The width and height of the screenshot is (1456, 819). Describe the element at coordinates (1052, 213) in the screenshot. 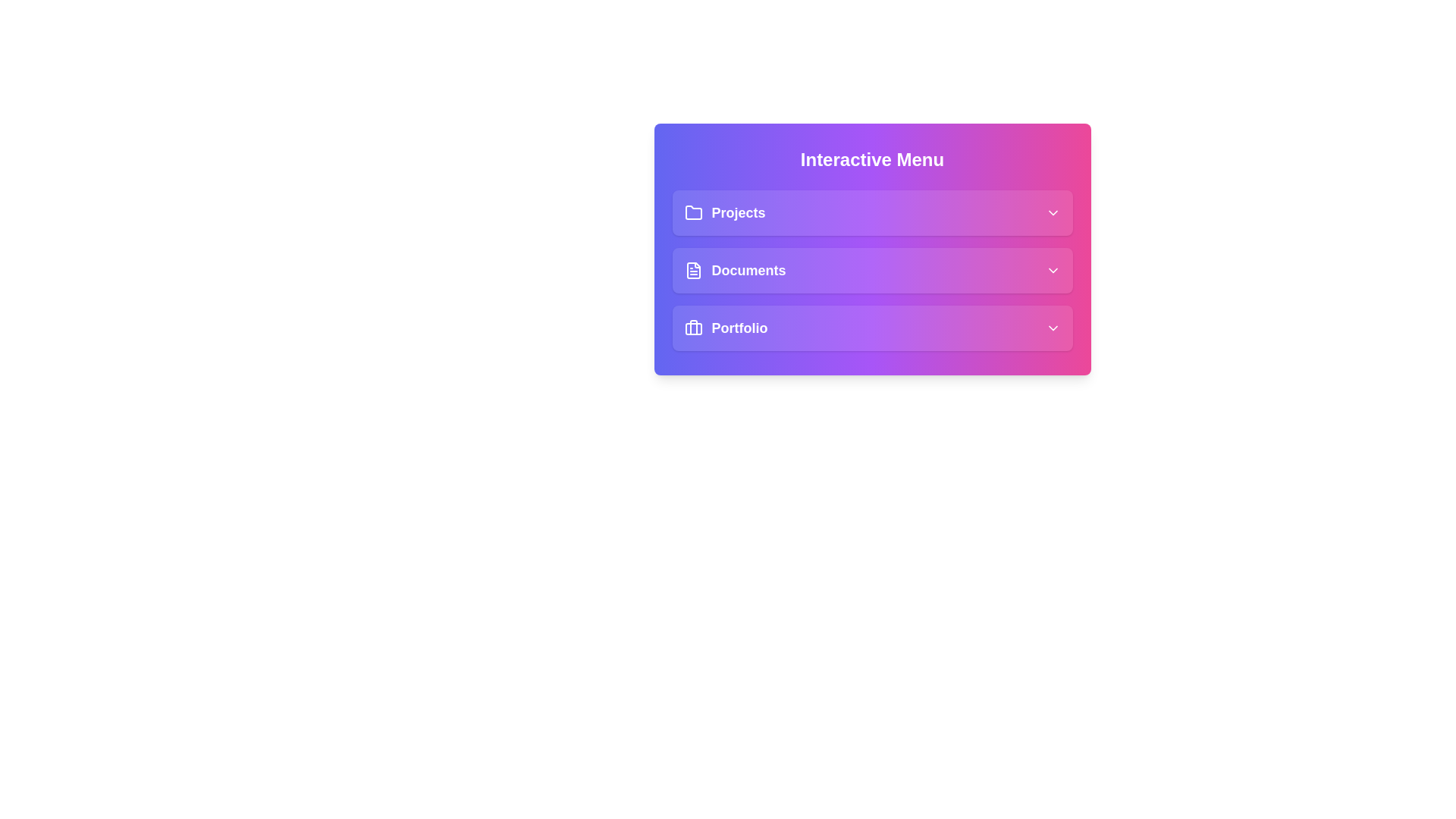

I see `the chevron icon that toggles the visibility of items within the 'Projects' dropdown menu, located to the far right of the 'Projects' label` at that location.